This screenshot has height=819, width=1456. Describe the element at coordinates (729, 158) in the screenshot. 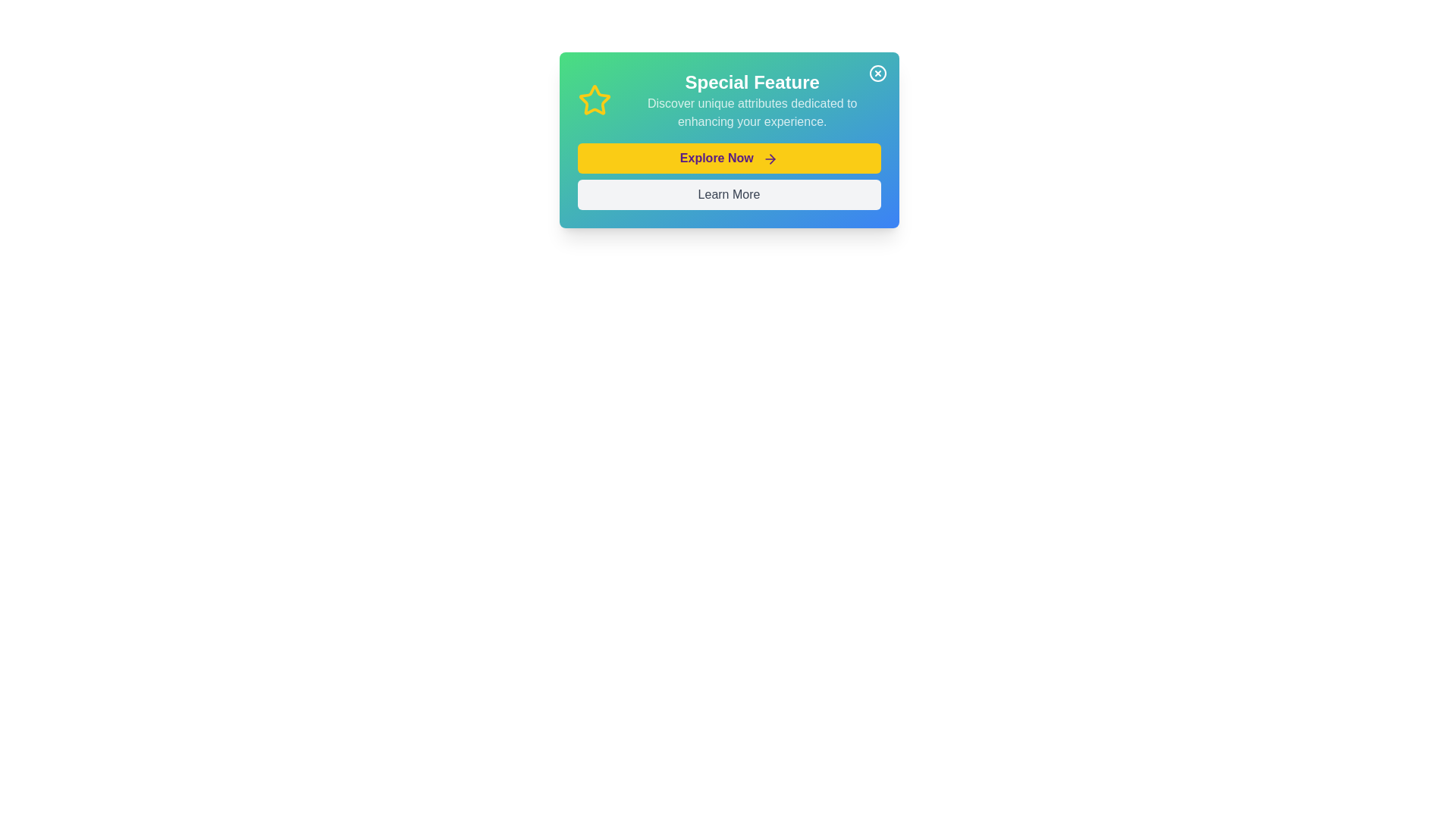

I see `the yellow button labeled 'Explore Now' with bold purple text and a right-arrow icon` at that location.